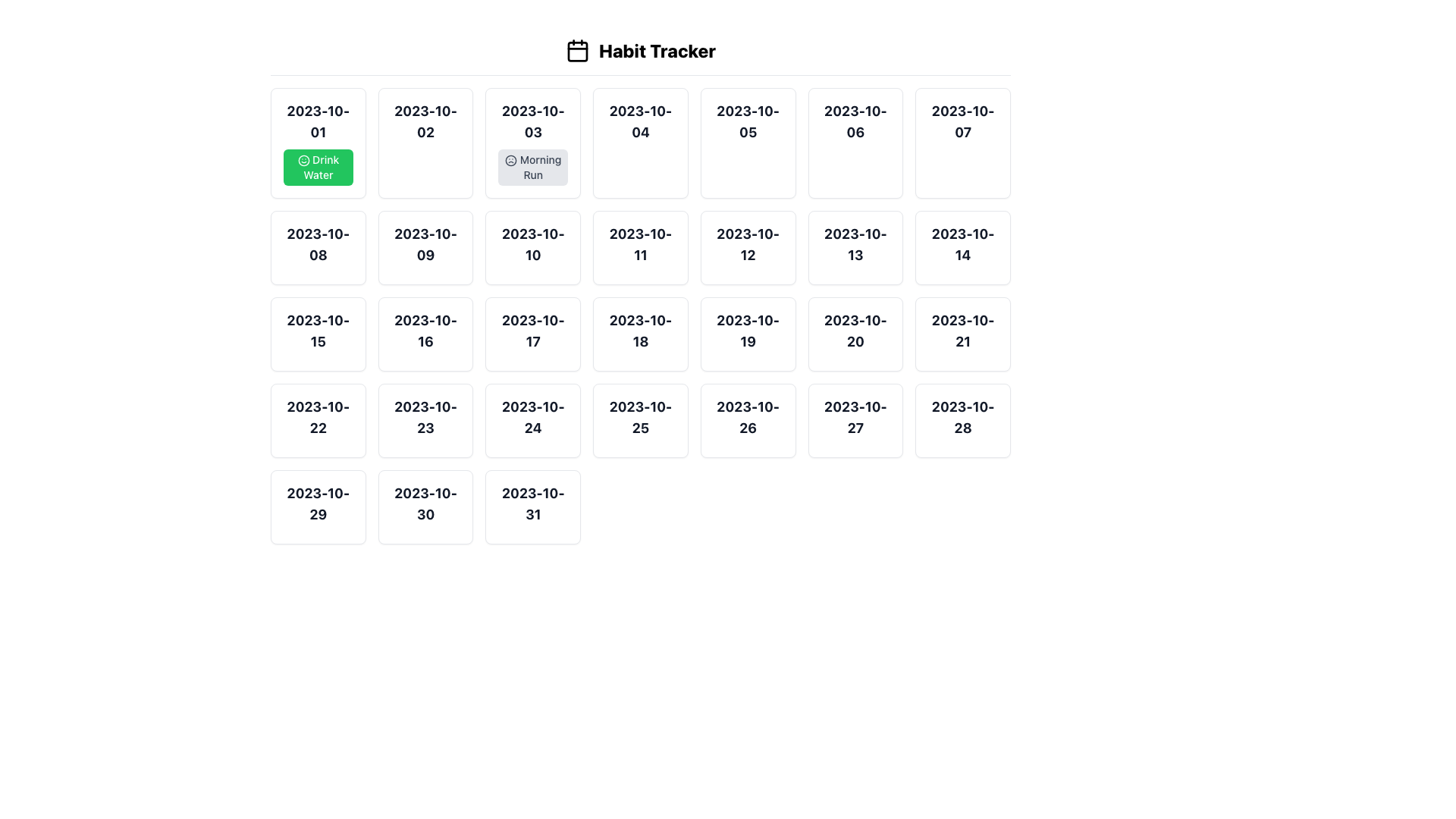 The height and width of the screenshot is (819, 1456). What do you see at coordinates (640, 421) in the screenshot?
I see `the card displaying the date '2023-10-25' located in the fifth row and fifth column of the calendar grid` at bounding box center [640, 421].